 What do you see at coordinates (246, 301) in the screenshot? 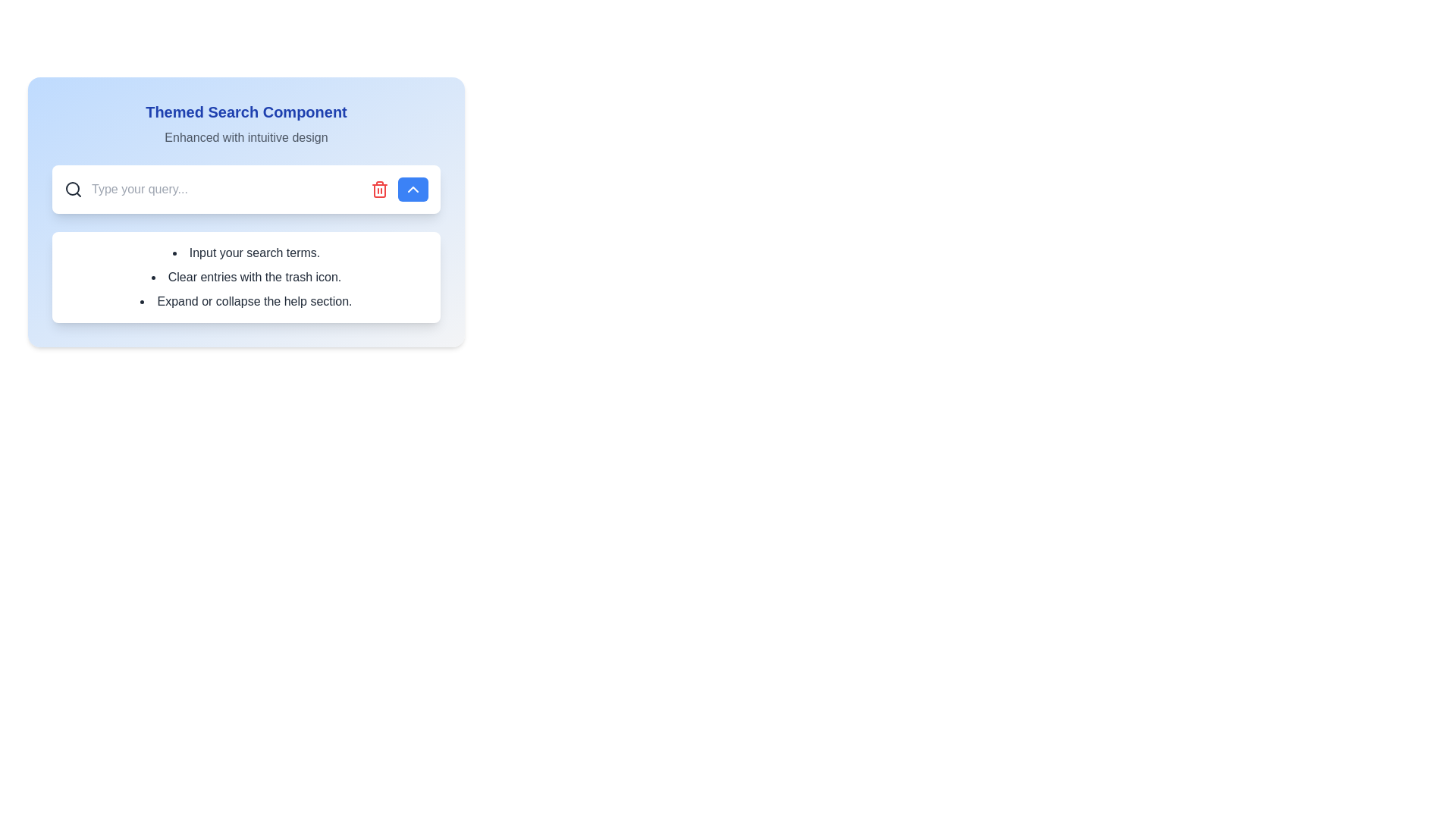
I see `the third item in the bulleted list that provides instructions for interacting with the interface, specifically below 'Input your search terms.' and 'Clear entries with the trash icon.'` at bounding box center [246, 301].